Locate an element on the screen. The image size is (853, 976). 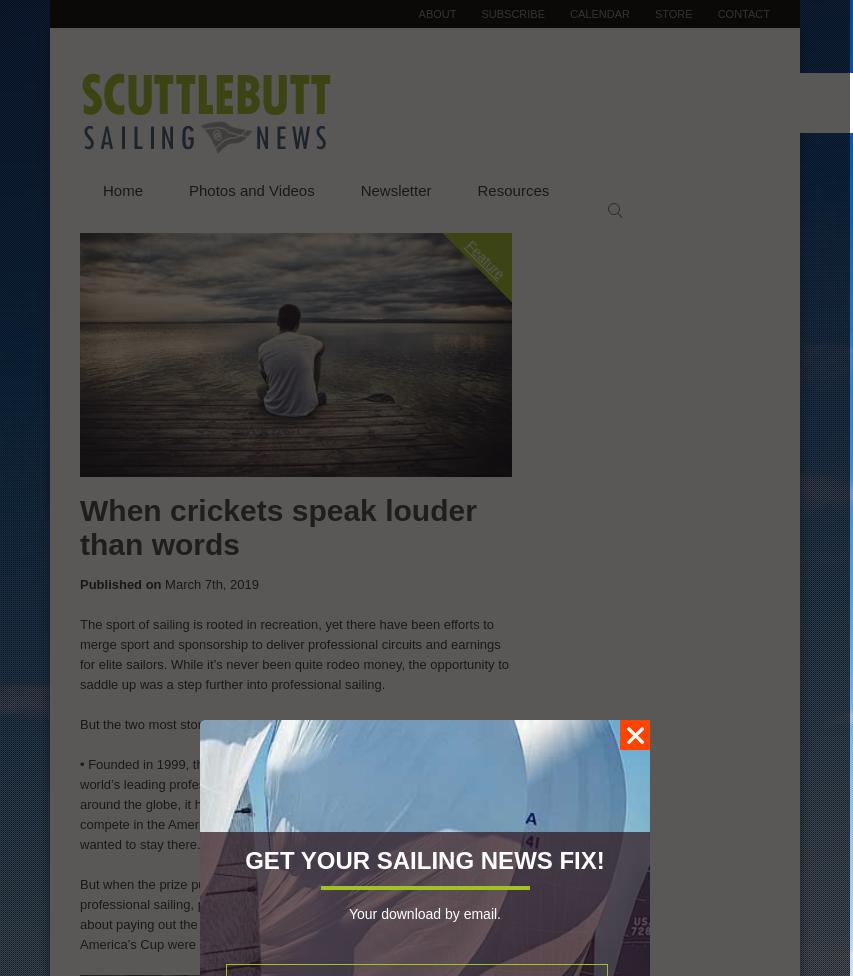
'But when the prize purses couldn’t keep pace with the daily rate in professional sailing, particularly when the individual events weren’t so good about paying out the prize money, and how the skills needed for the America’s Cup were being found elsewhere, the Tour began to stumble.' is located at coordinates (294, 913).